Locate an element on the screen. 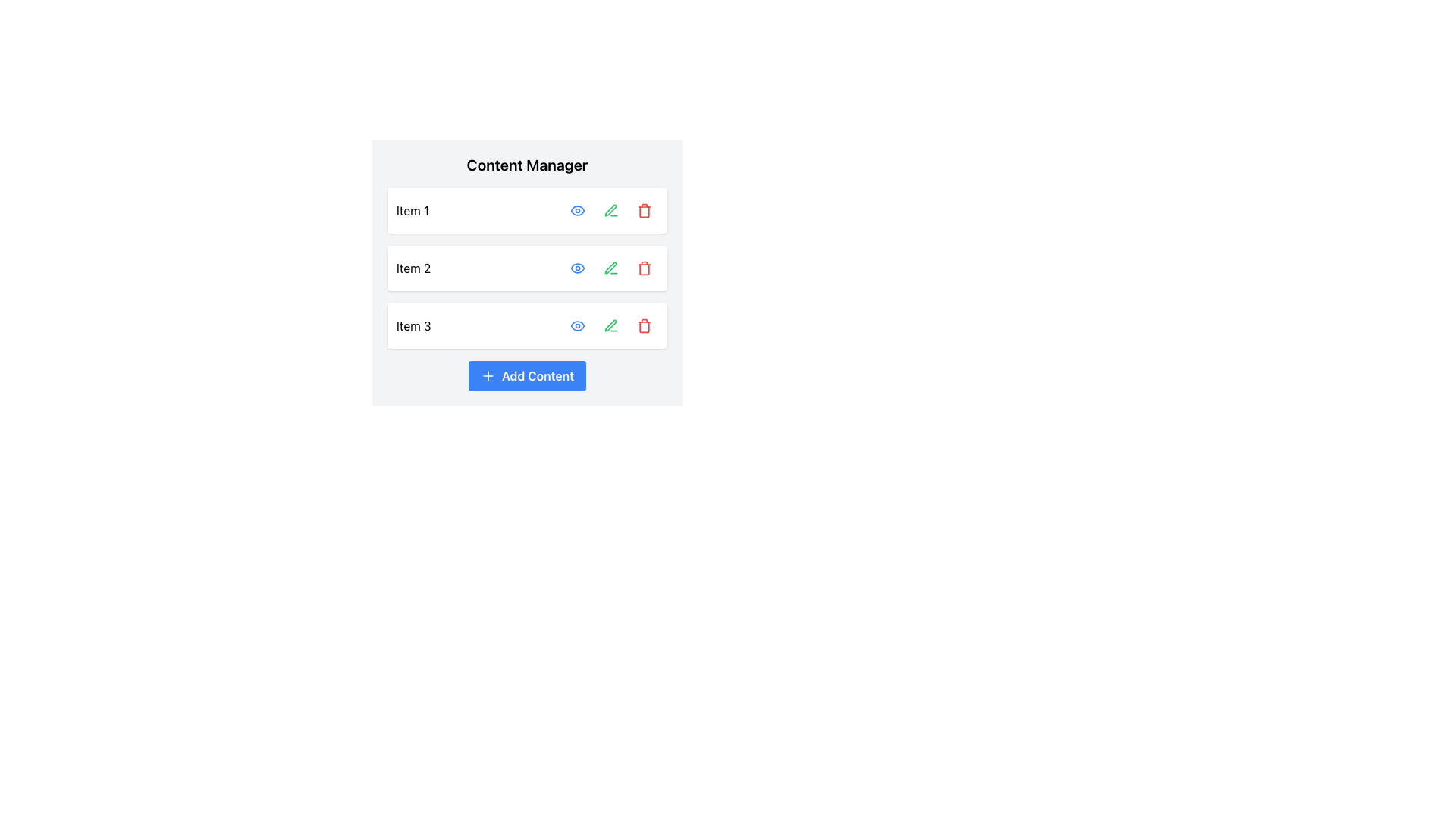 The width and height of the screenshot is (1456, 819). the green pencil-shaped icon button representing an edit command, which is the second button adjacent to the 'Item 1' label in the 'Content Manager' section is located at coordinates (611, 210).